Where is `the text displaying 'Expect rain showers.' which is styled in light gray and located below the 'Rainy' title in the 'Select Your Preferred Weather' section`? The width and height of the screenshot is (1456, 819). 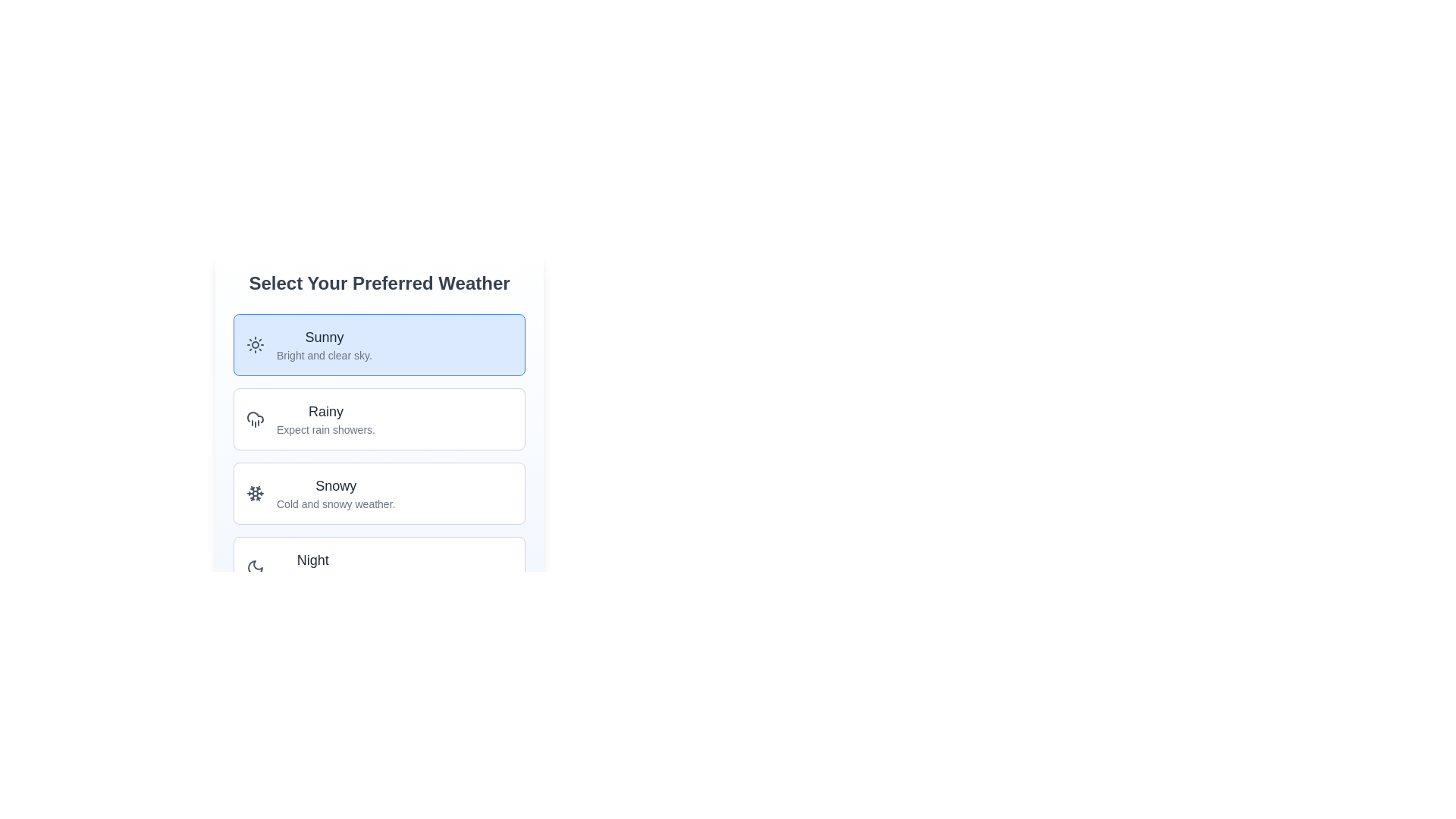 the text displaying 'Expect rain showers.' which is styled in light gray and located below the 'Rainy' title in the 'Select Your Preferred Weather' section is located at coordinates (325, 430).